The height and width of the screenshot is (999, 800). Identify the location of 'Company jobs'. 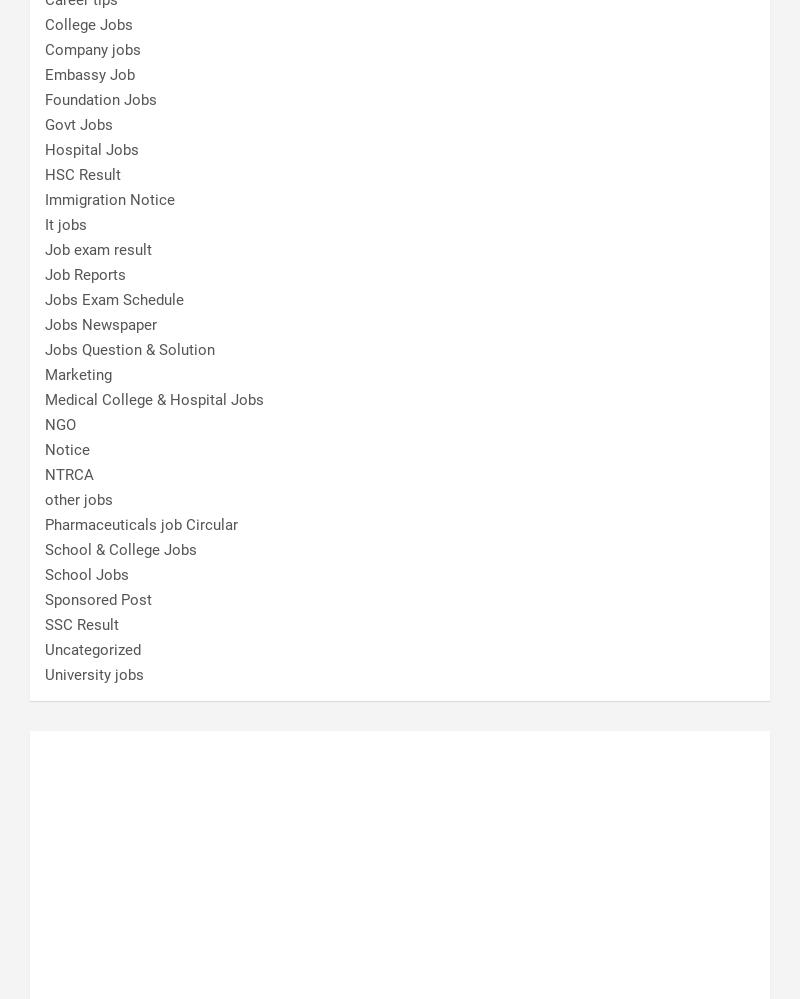
(92, 48).